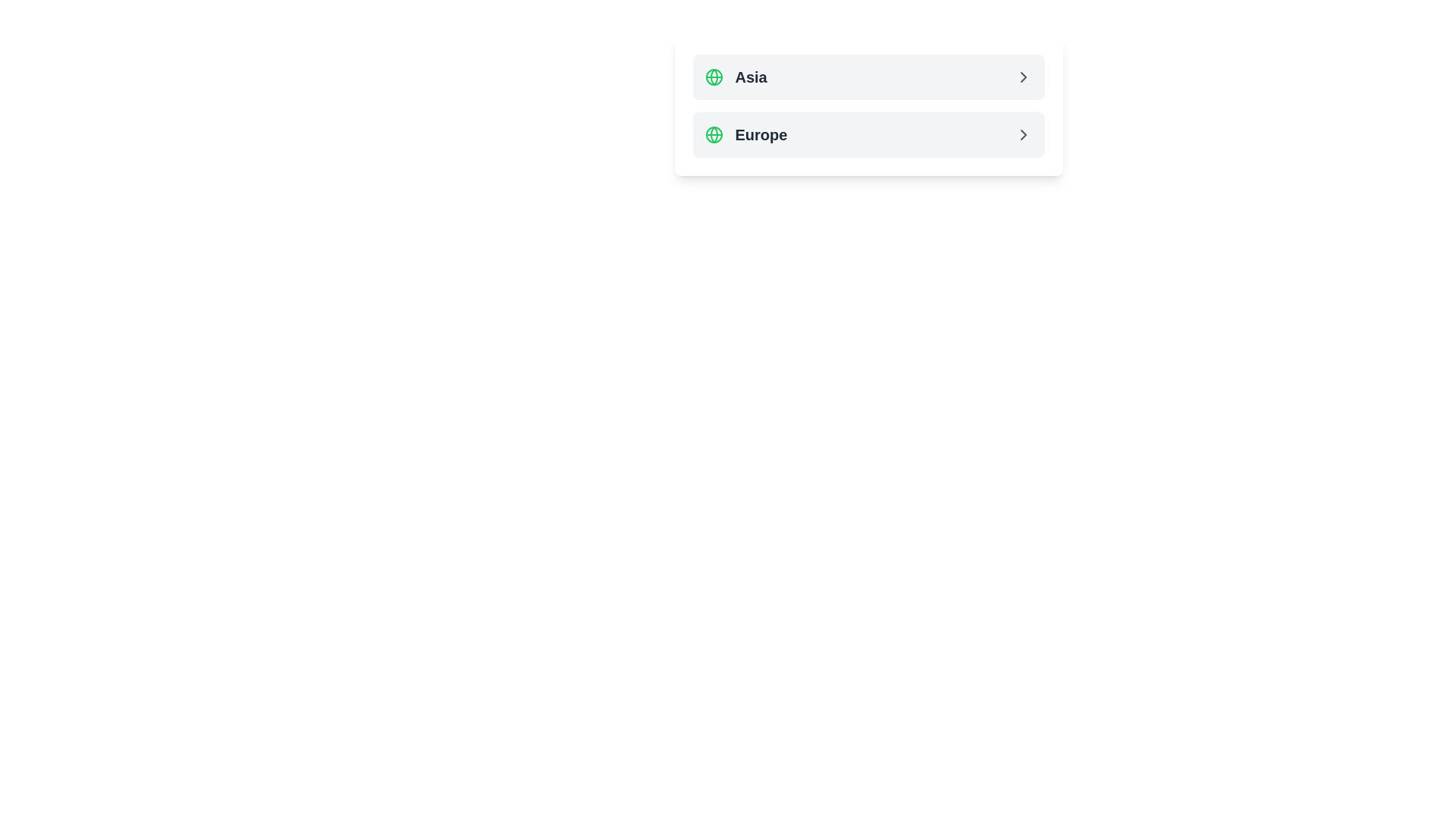 The image size is (1456, 819). What do you see at coordinates (1023, 77) in the screenshot?
I see `the navigation icon located at the far right of the 'Asia' row` at bounding box center [1023, 77].